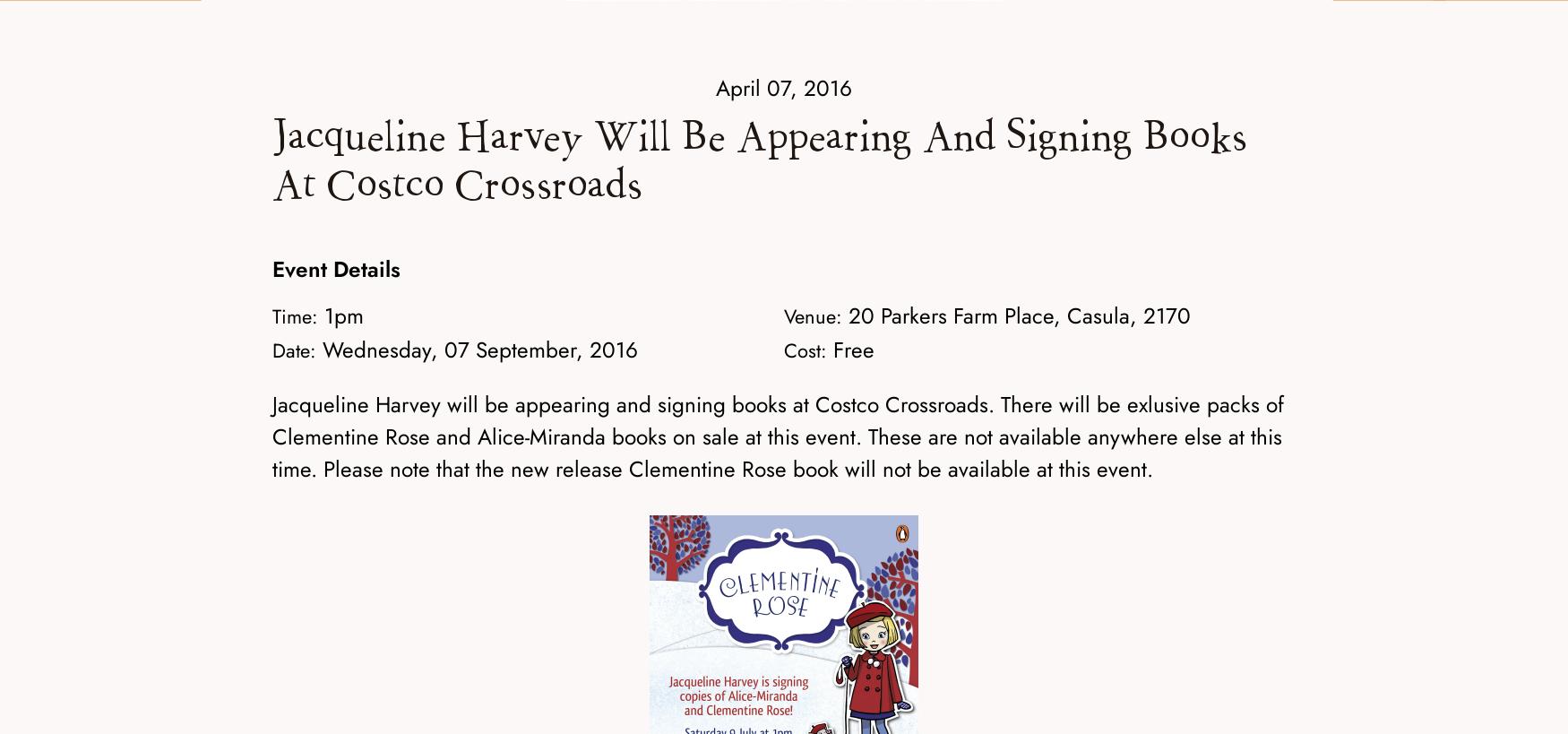 The image size is (1568, 734). I want to click on '1pm', so click(342, 315).